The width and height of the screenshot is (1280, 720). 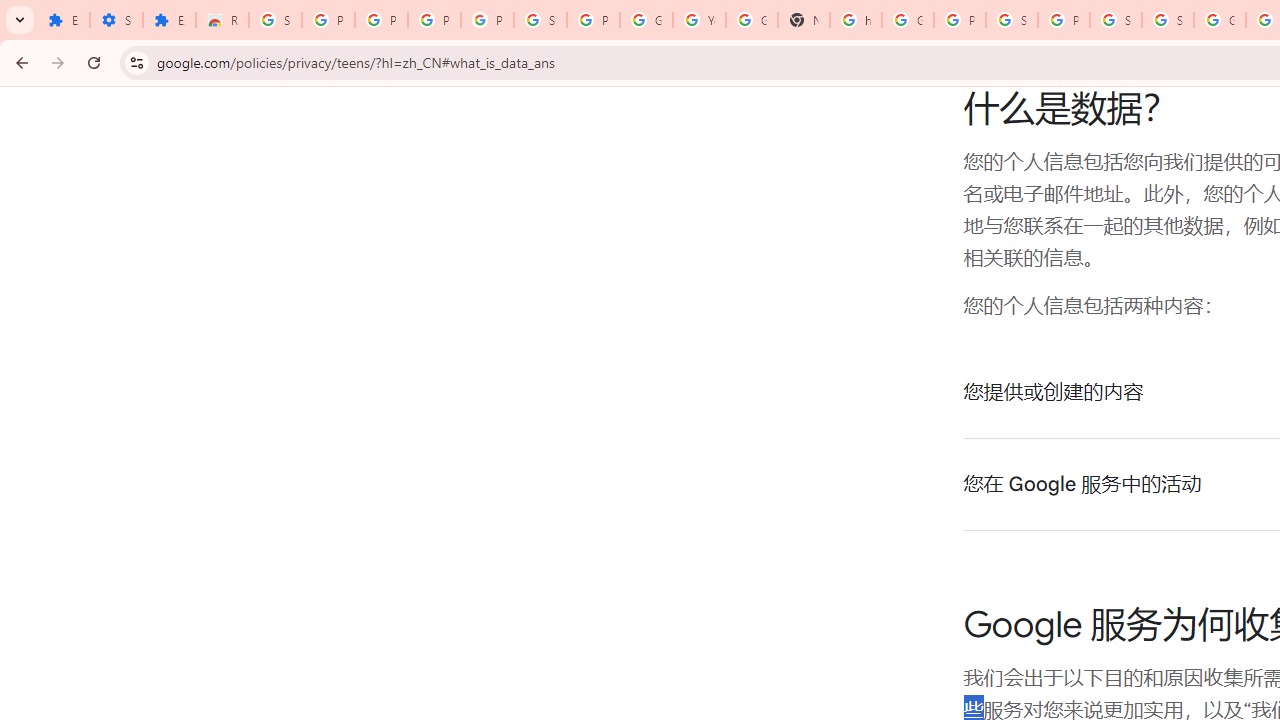 I want to click on 'Sign in - Google Accounts', so click(x=1168, y=20).